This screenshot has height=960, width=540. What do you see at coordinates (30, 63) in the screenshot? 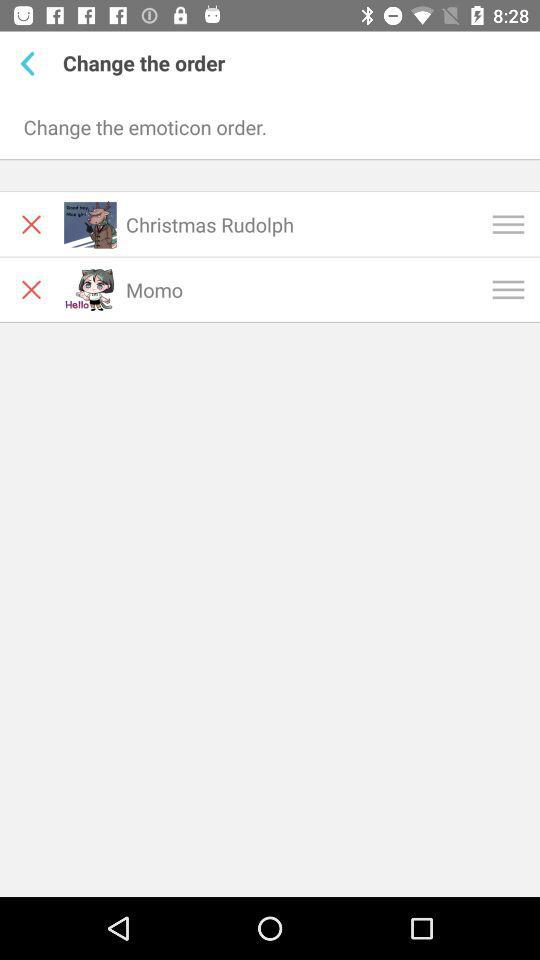
I see `item above the change the emoticon item` at bounding box center [30, 63].